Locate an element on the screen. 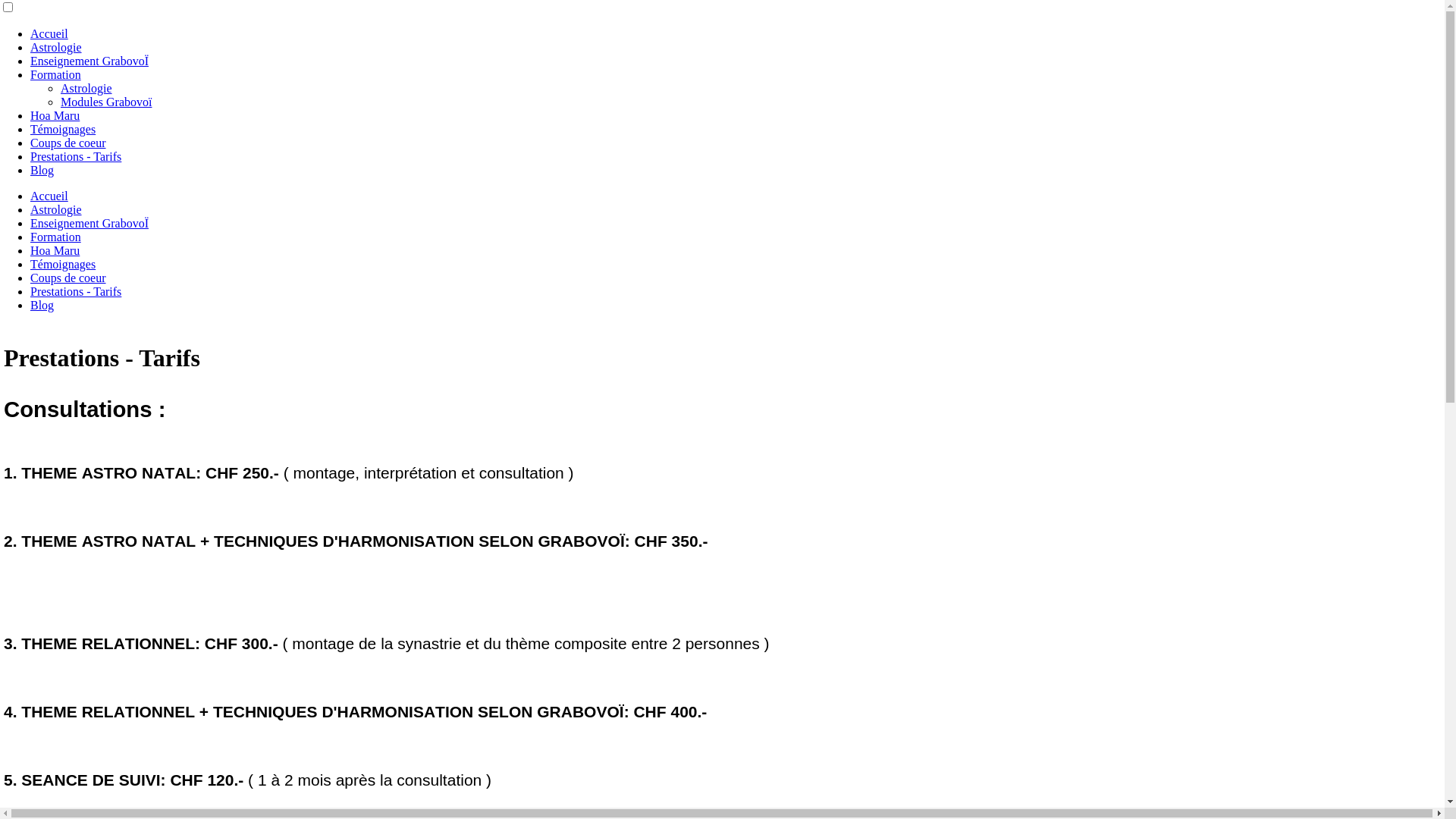  'Formation' is located at coordinates (55, 237).